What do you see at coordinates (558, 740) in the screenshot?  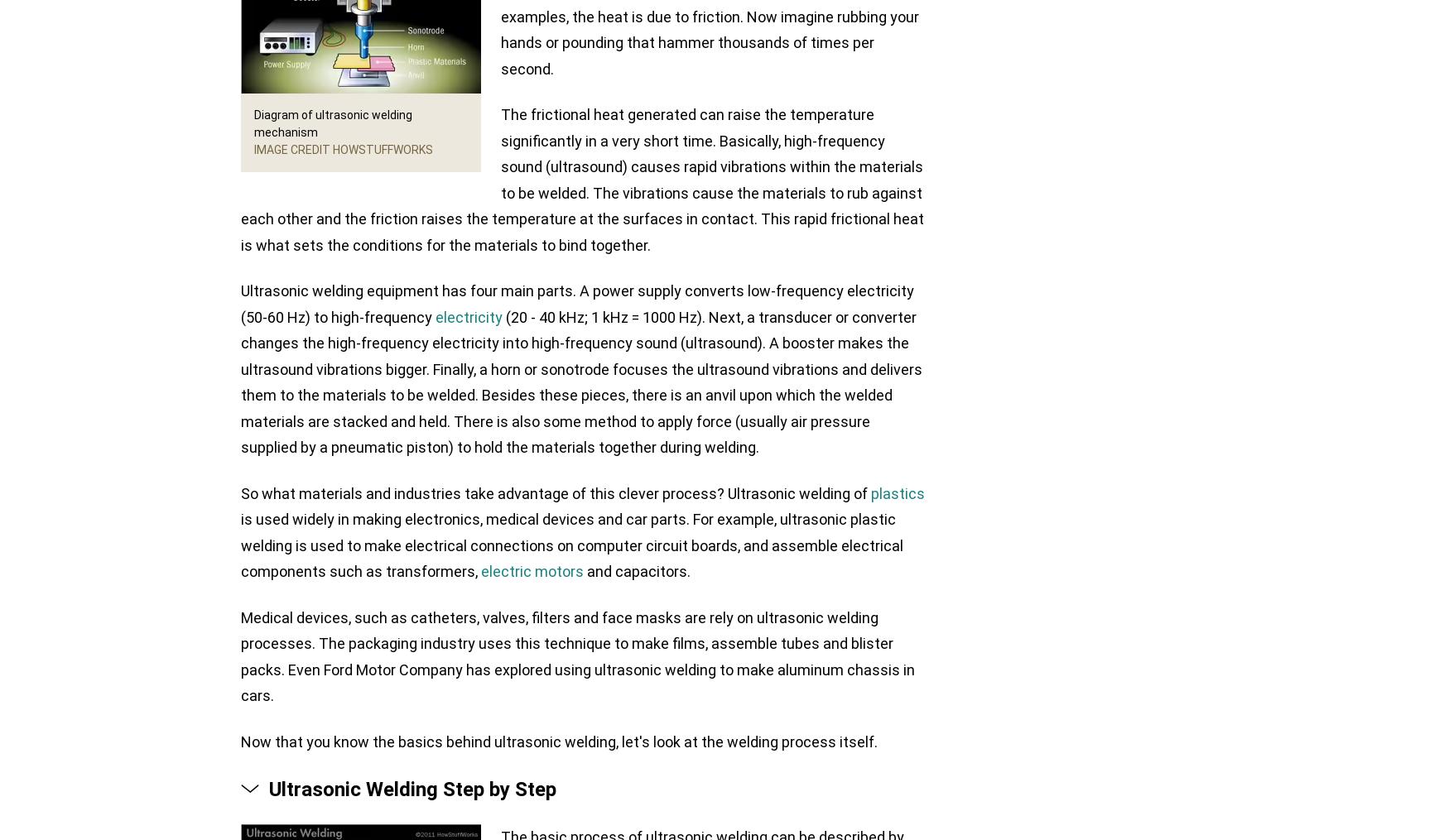 I see `'Now that you know the basics behind ultrasonic welding, let's look at the welding process itself.'` at bounding box center [558, 740].